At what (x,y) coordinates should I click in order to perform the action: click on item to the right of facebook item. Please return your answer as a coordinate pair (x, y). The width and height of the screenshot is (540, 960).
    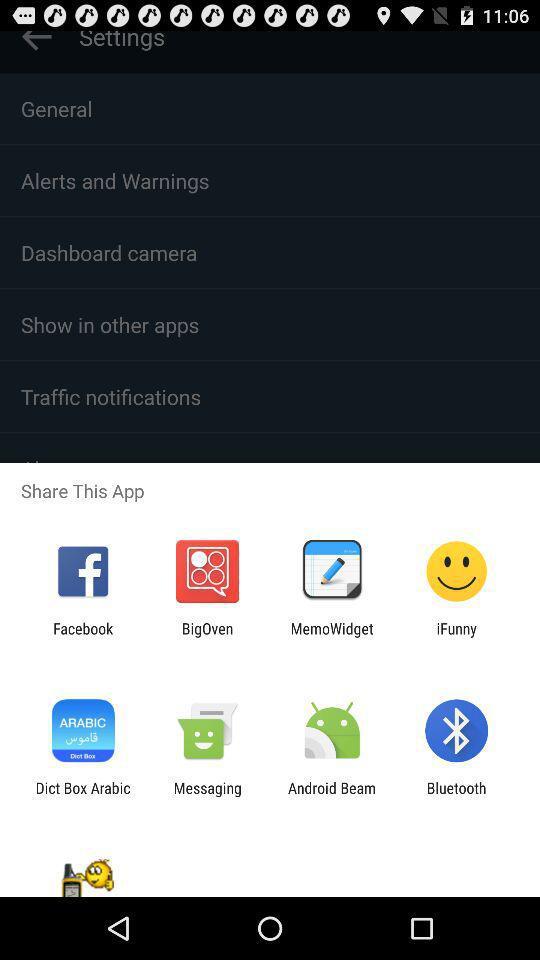
    Looking at the image, I should click on (206, 636).